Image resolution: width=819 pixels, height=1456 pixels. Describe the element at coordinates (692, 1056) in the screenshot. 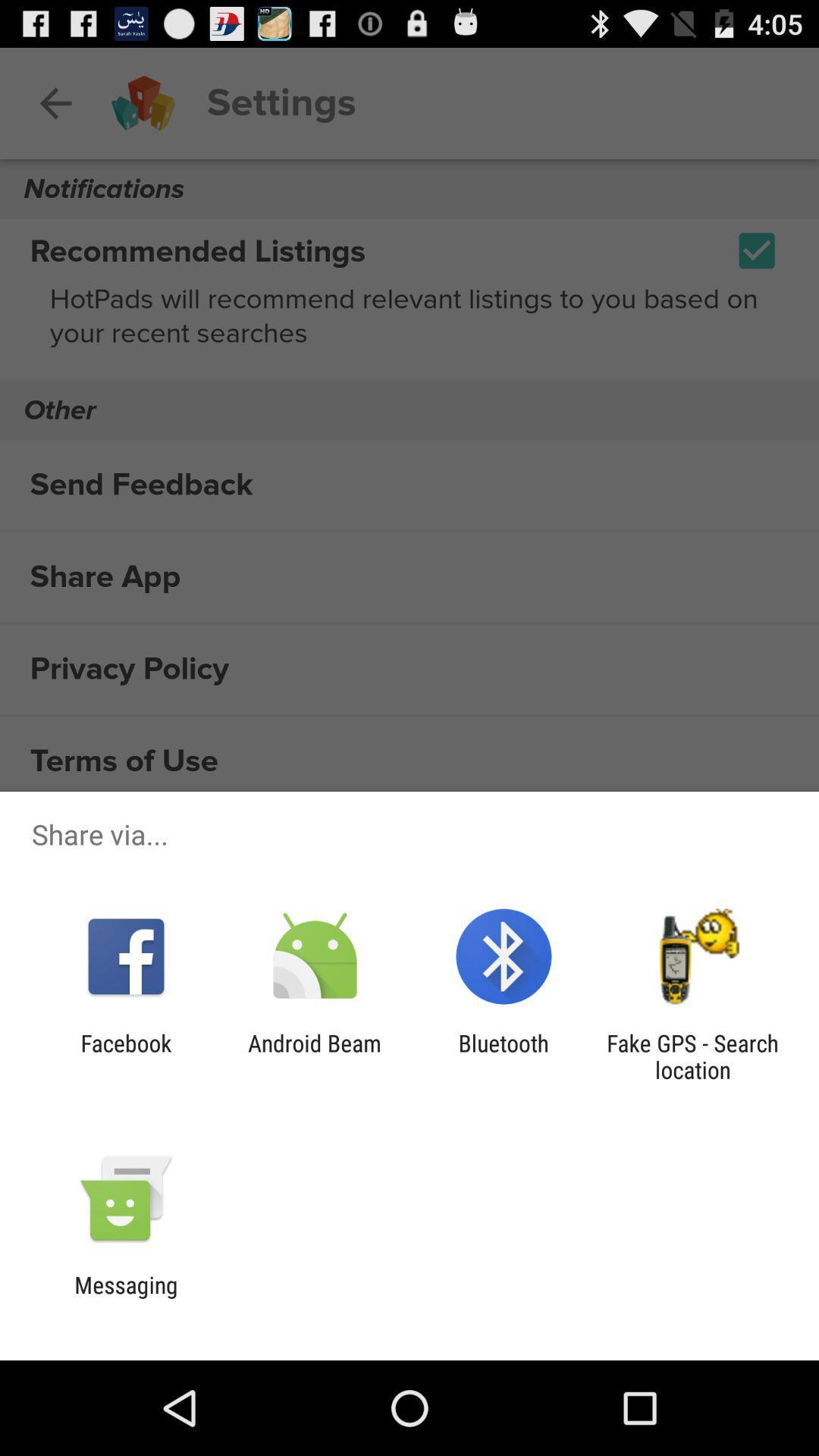

I see `the icon next to bluetooth item` at that location.